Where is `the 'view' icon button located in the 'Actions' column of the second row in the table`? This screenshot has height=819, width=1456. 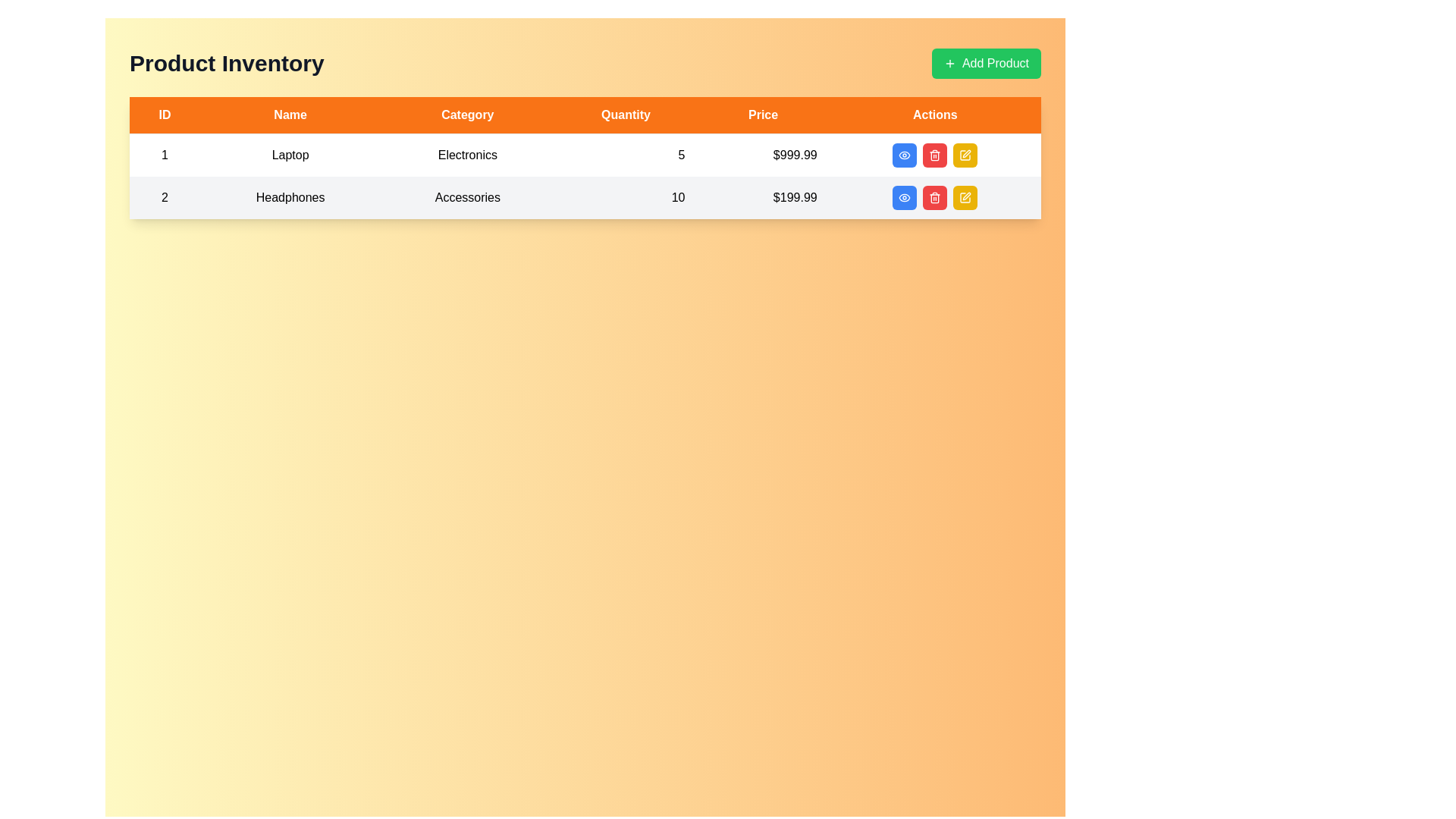
the 'view' icon button located in the 'Actions' column of the second row in the table is located at coordinates (905, 197).